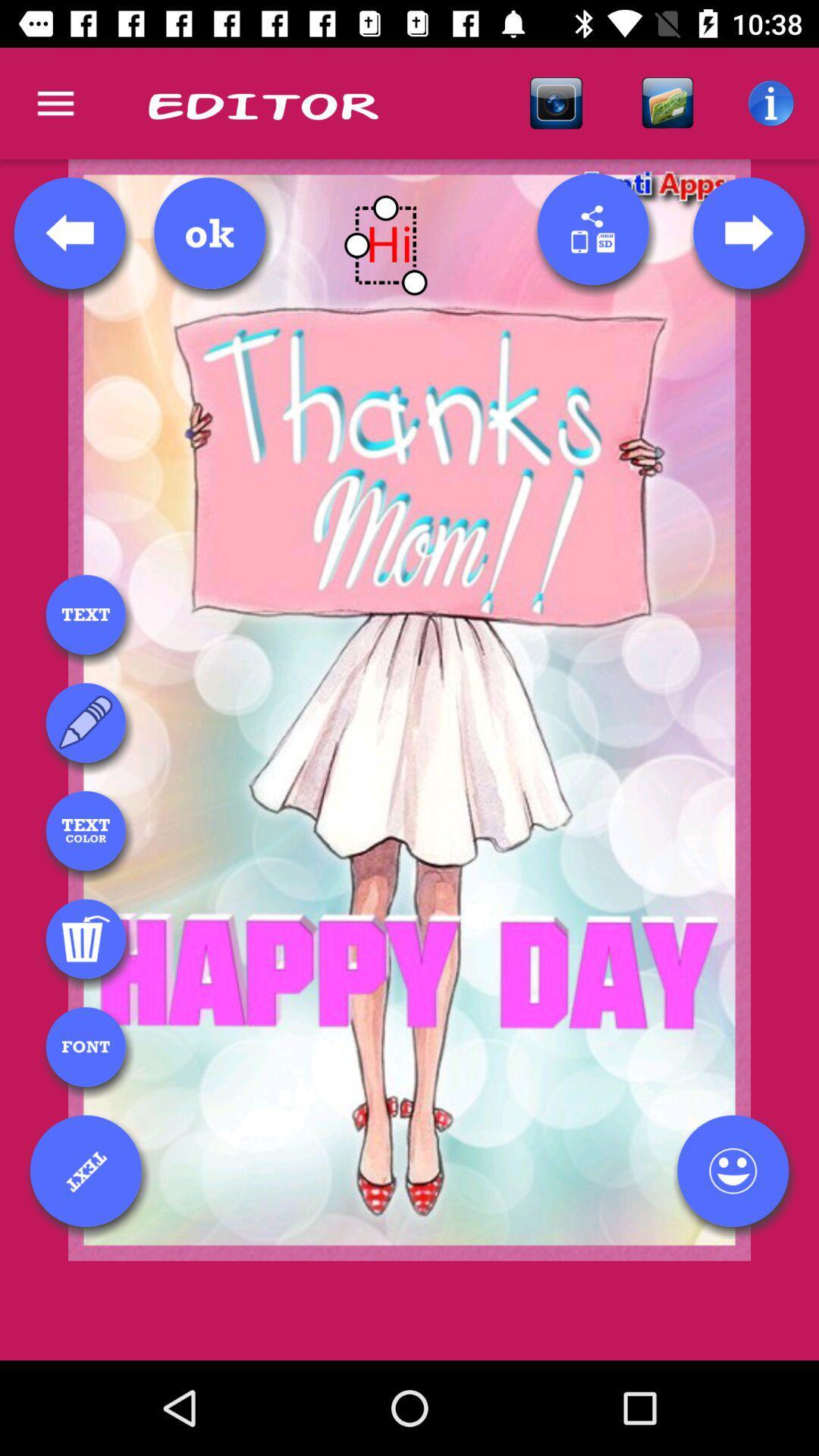 The width and height of the screenshot is (819, 1456). I want to click on the item below the editor icon, so click(209, 232).